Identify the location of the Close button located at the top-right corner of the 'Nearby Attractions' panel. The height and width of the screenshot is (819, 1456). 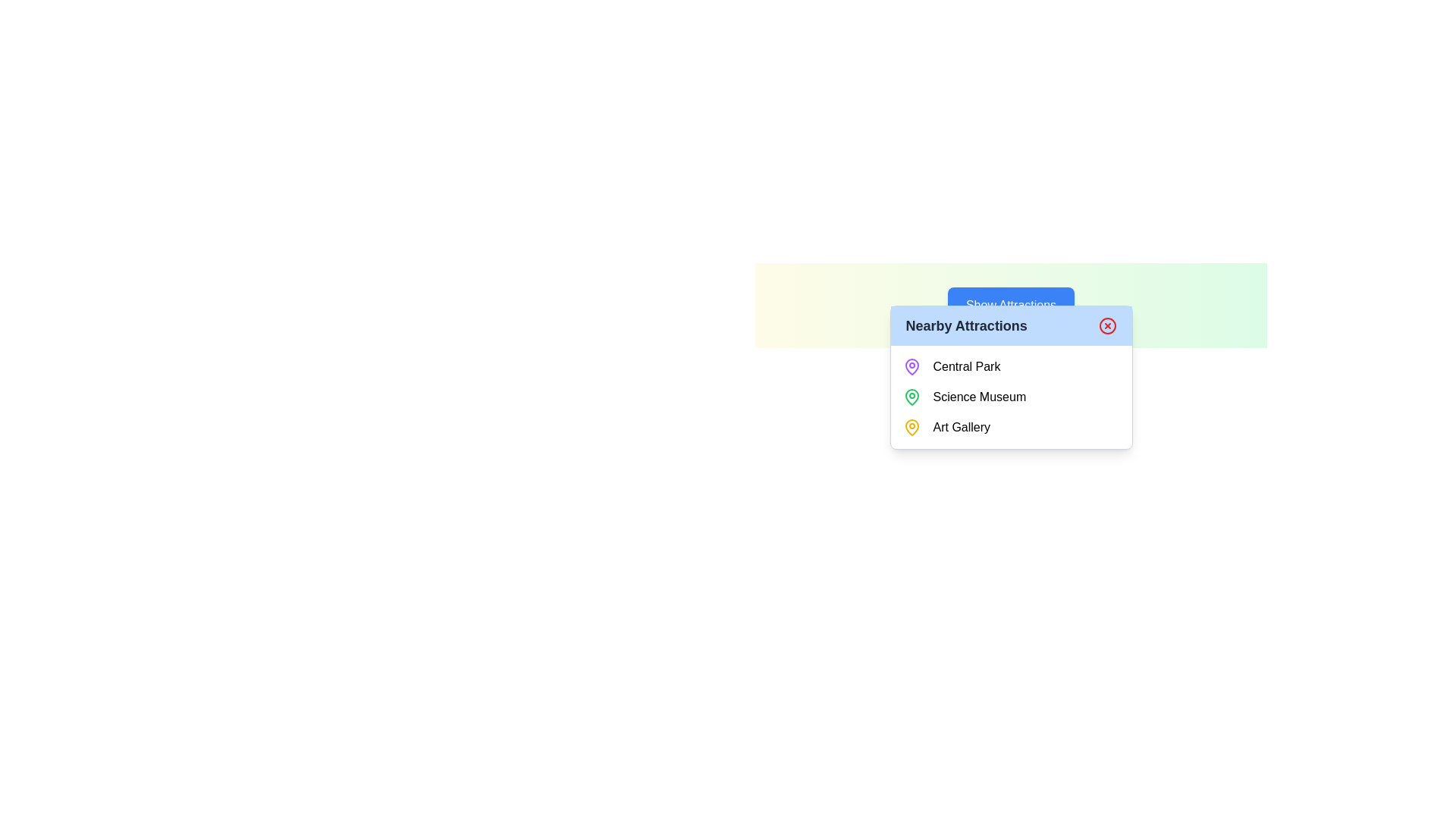
(1107, 325).